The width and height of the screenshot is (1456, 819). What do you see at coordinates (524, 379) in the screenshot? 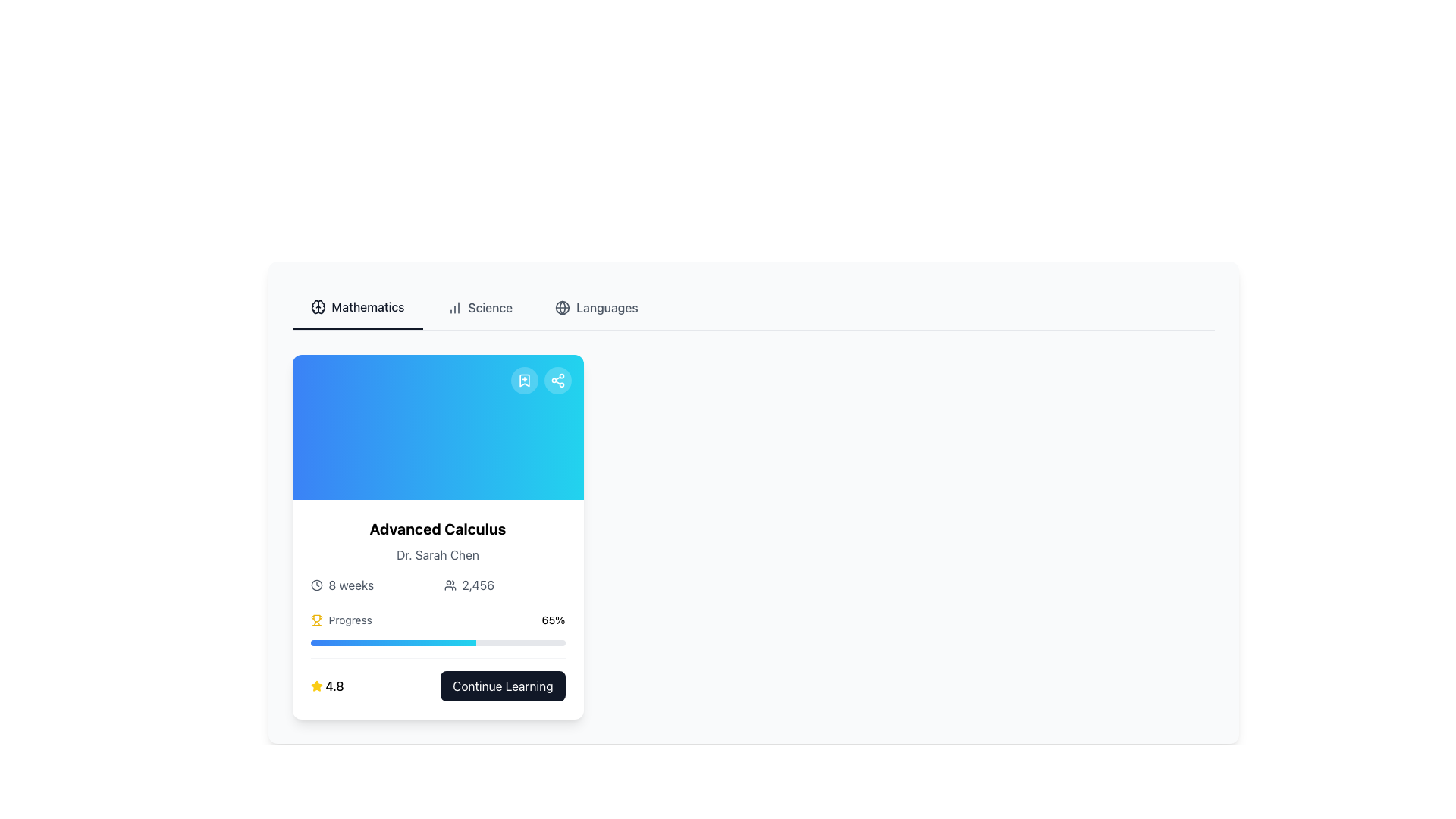
I see `the bookmark icon located at the top-right corner of the card interface` at bounding box center [524, 379].